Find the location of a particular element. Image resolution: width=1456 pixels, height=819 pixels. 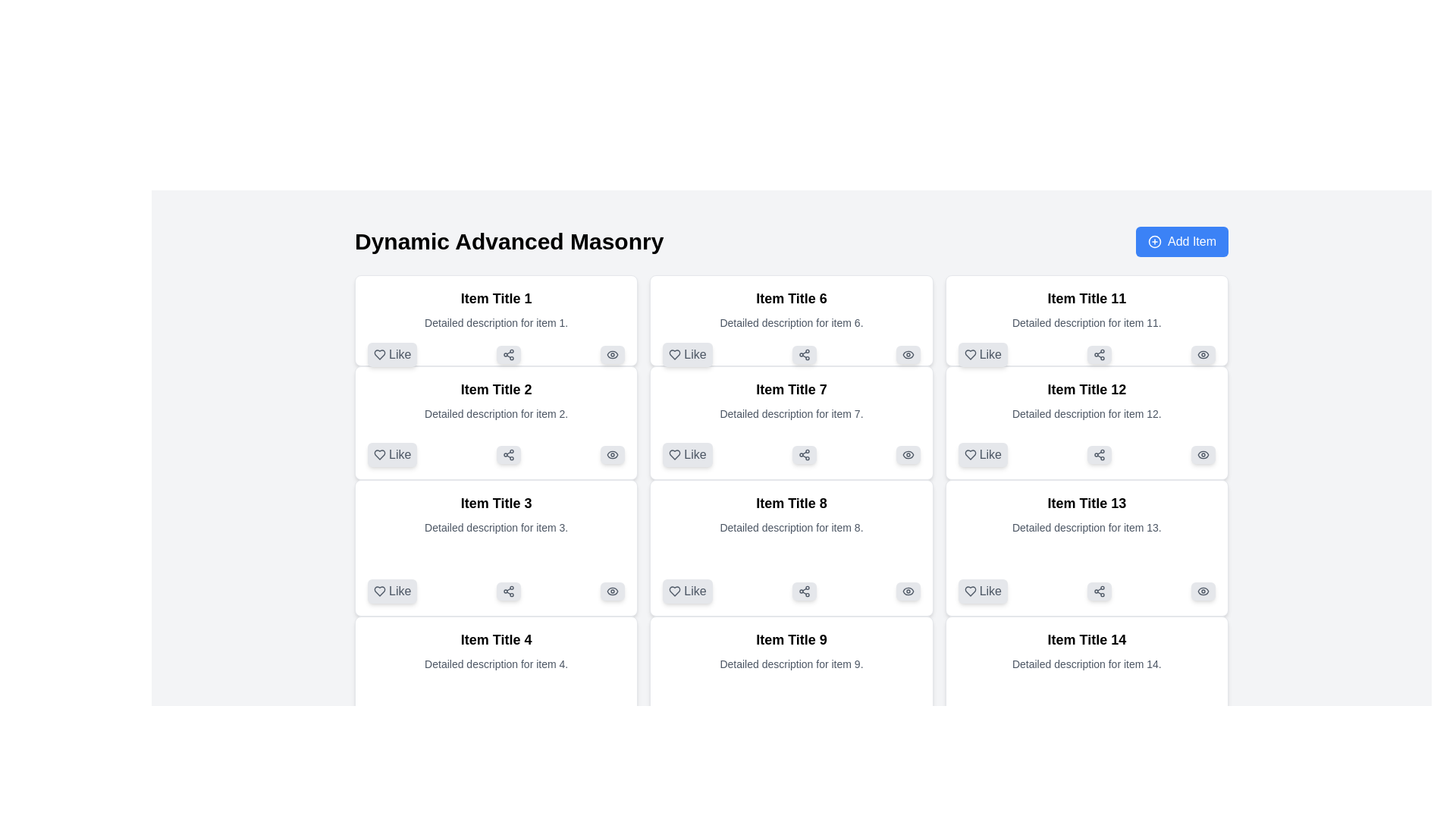

the textual component containing the title 'Item Title 11' and the description 'Detailed description for item 11' is located at coordinates (1086, 309).